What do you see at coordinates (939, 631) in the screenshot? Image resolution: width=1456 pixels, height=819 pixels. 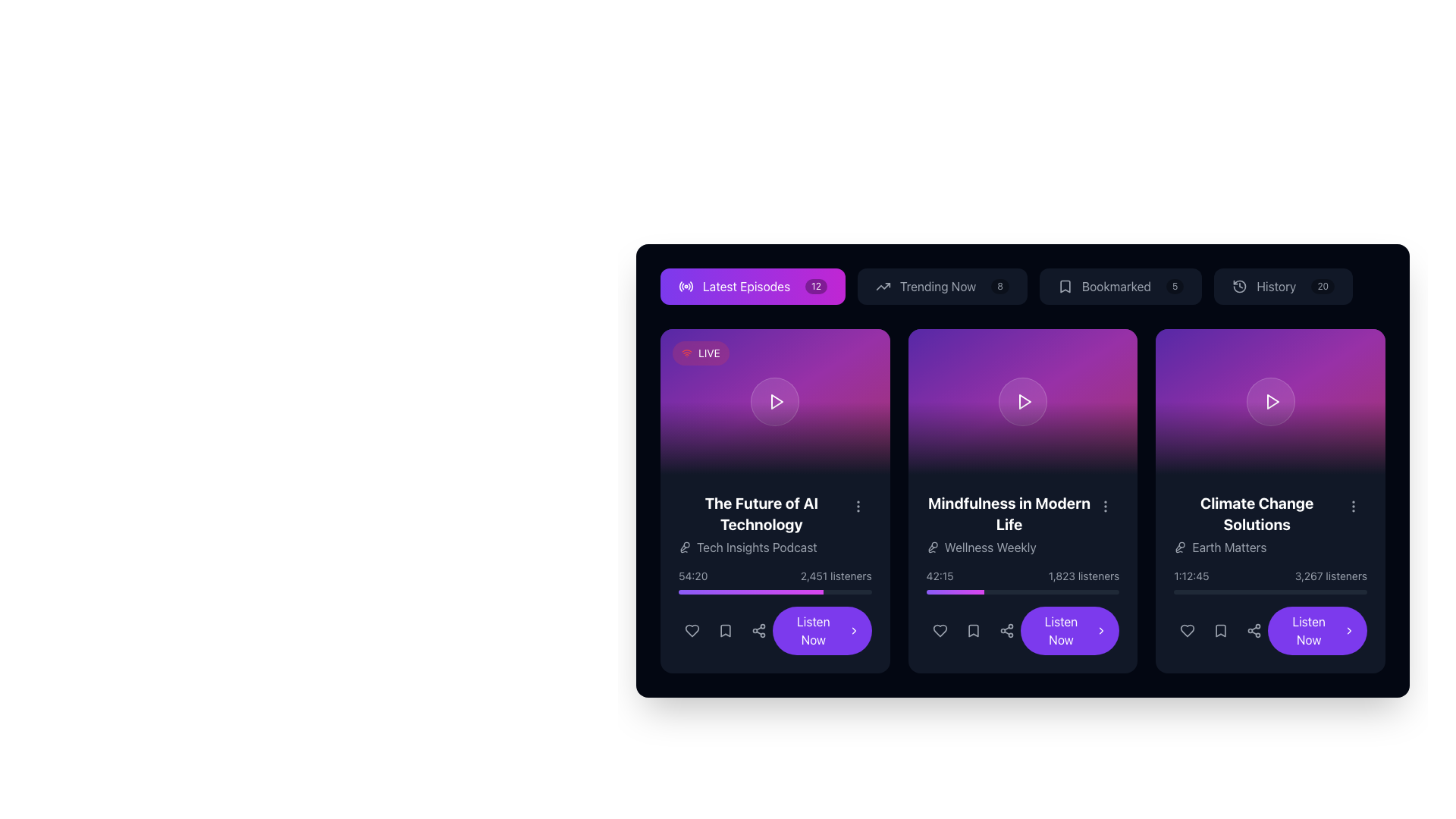 I see `the heart-shaped icon with a gray outline located at the bottom of the second podcast card, slightly to the left of the 'Listen Now' button` at bounding box center [939, 631].